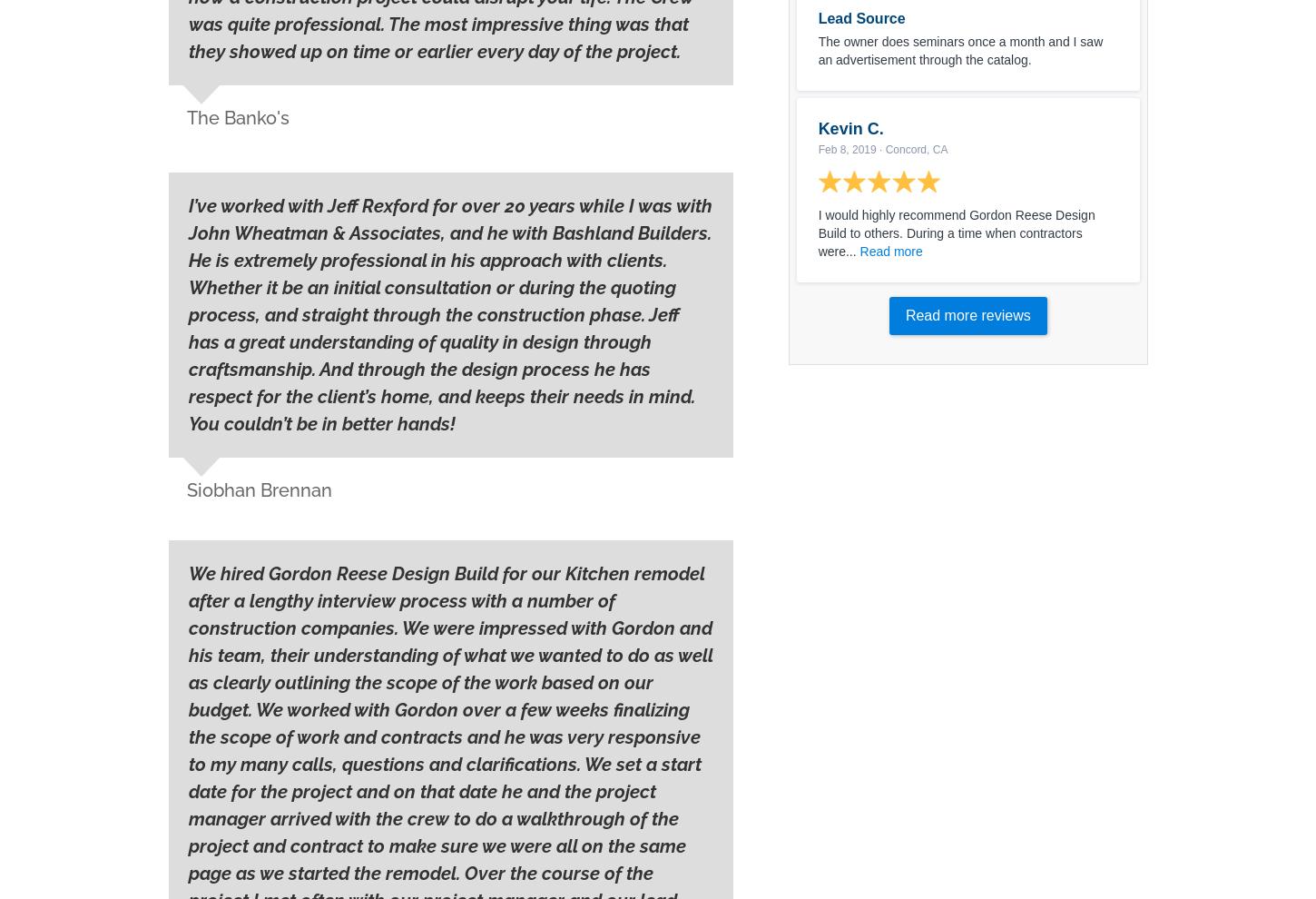  What do you see at coordinates (890, 251) in the screenshot?
I see `'Read more'` at bounding box center [890, 251].